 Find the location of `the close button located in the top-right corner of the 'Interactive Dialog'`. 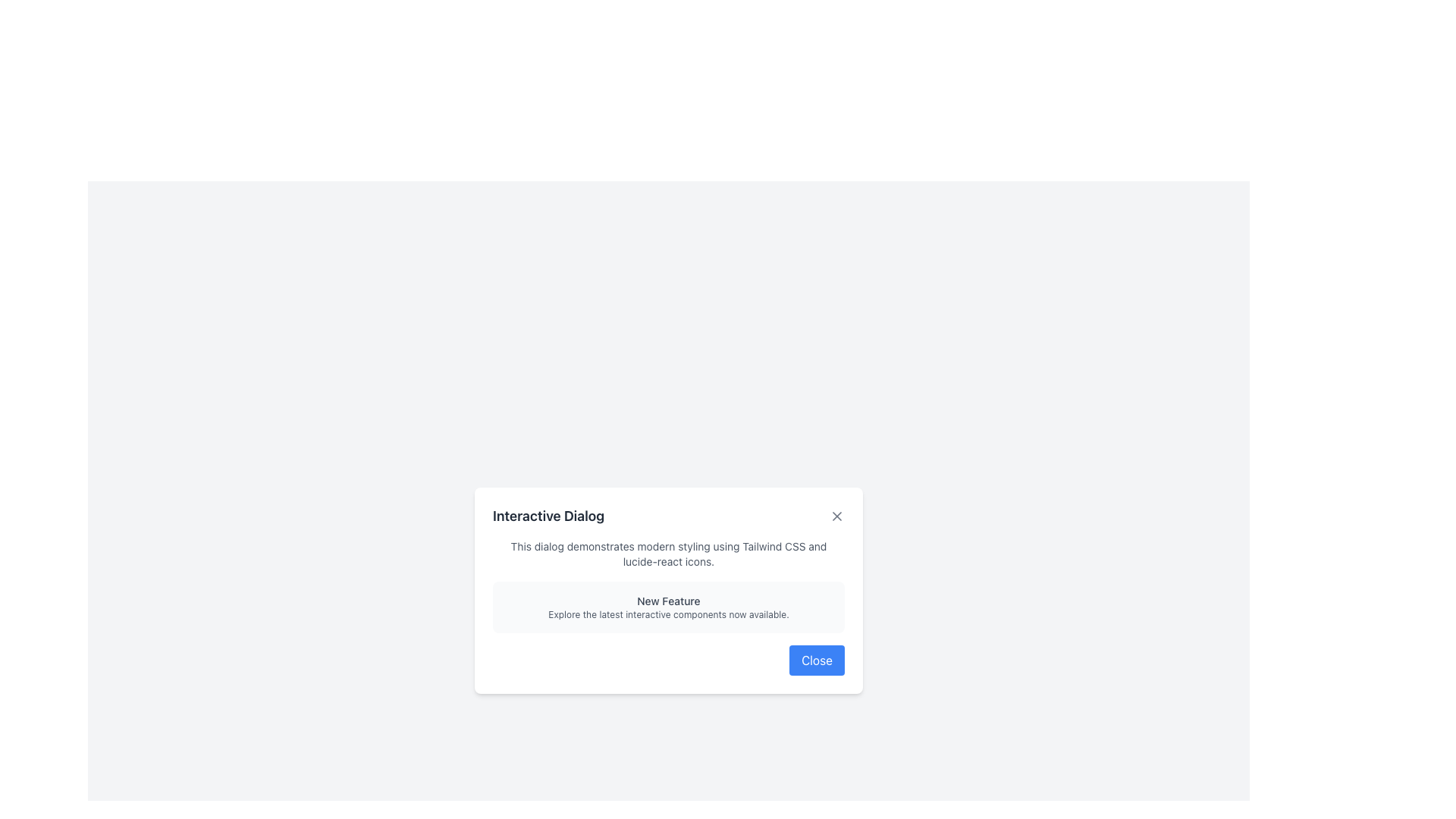

the close button located in the top-right corner of the 'Interactive Dialog' is located at coordinates (836, 516).